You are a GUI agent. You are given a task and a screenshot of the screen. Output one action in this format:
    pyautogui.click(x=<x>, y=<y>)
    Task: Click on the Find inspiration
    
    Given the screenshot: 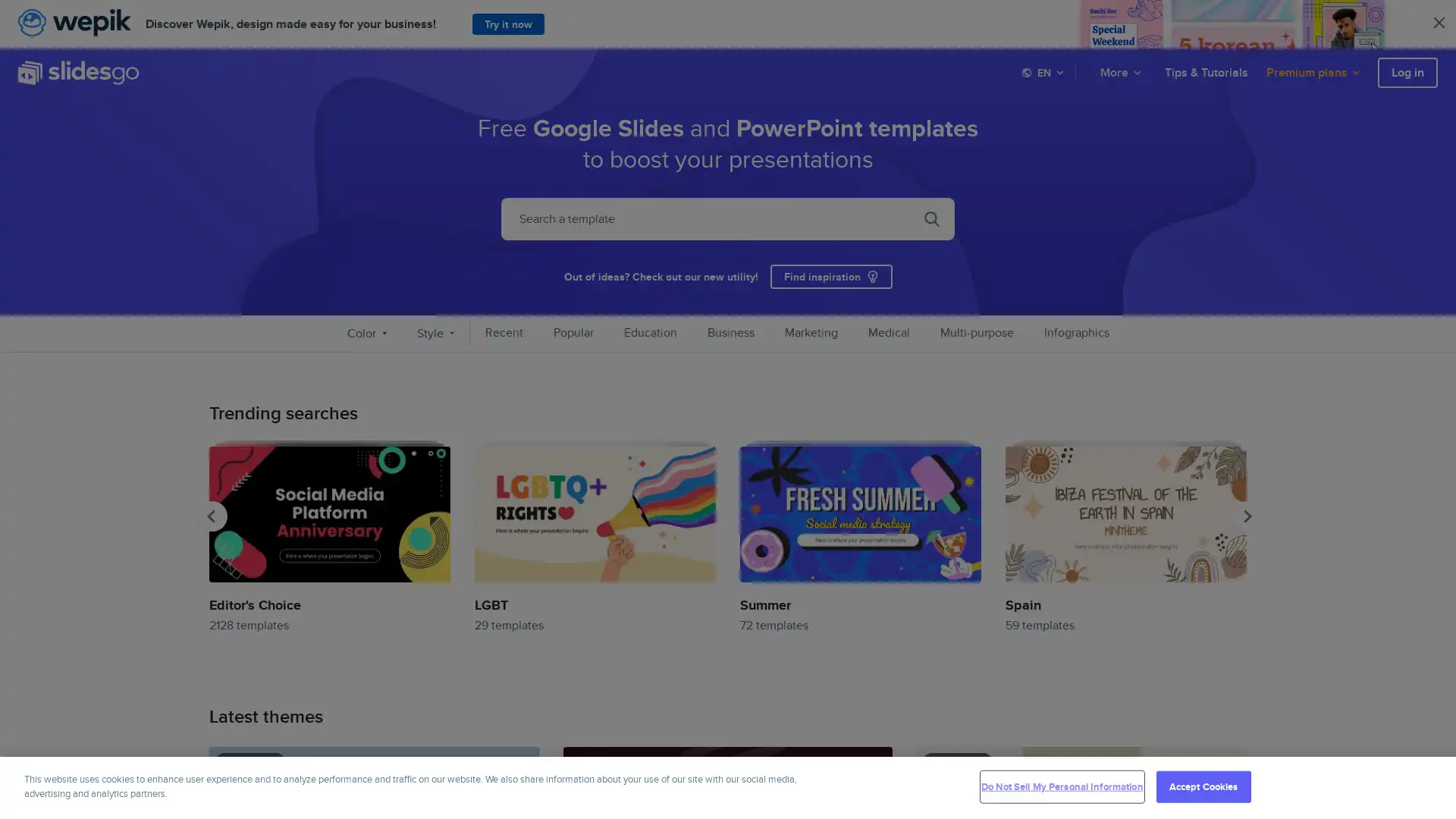 What is the action you would take?
    pyautogui.click(x=830, y=275)
    